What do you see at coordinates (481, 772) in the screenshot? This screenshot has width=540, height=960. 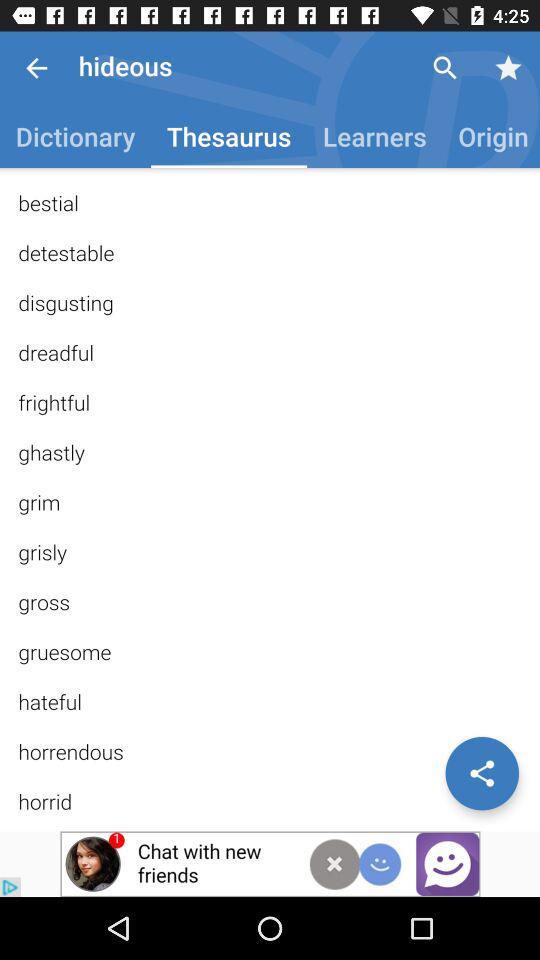 I see `sharing options` at bounding box center [481, 772].